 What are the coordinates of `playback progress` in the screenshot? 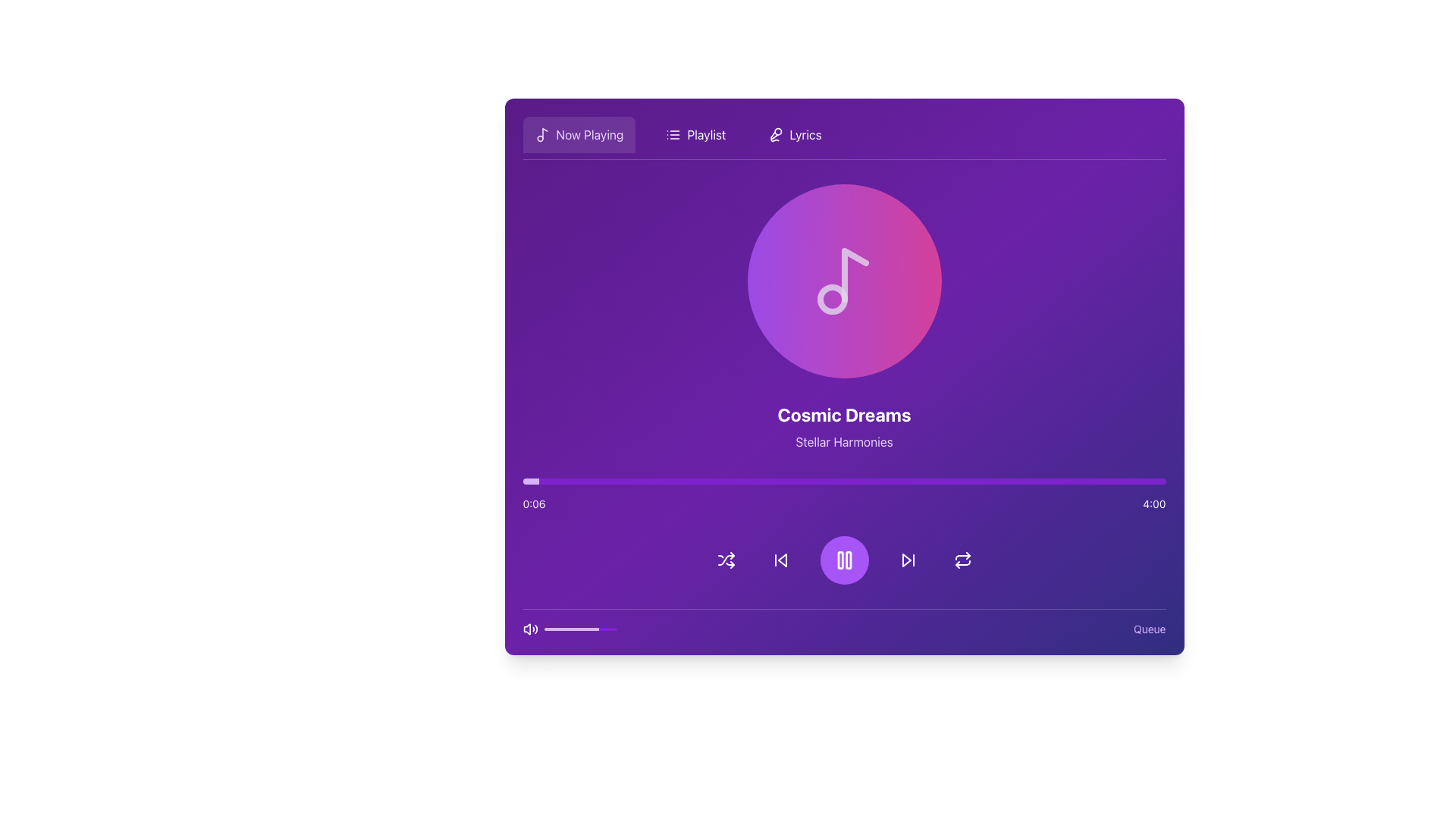 It's located at (708, 482).